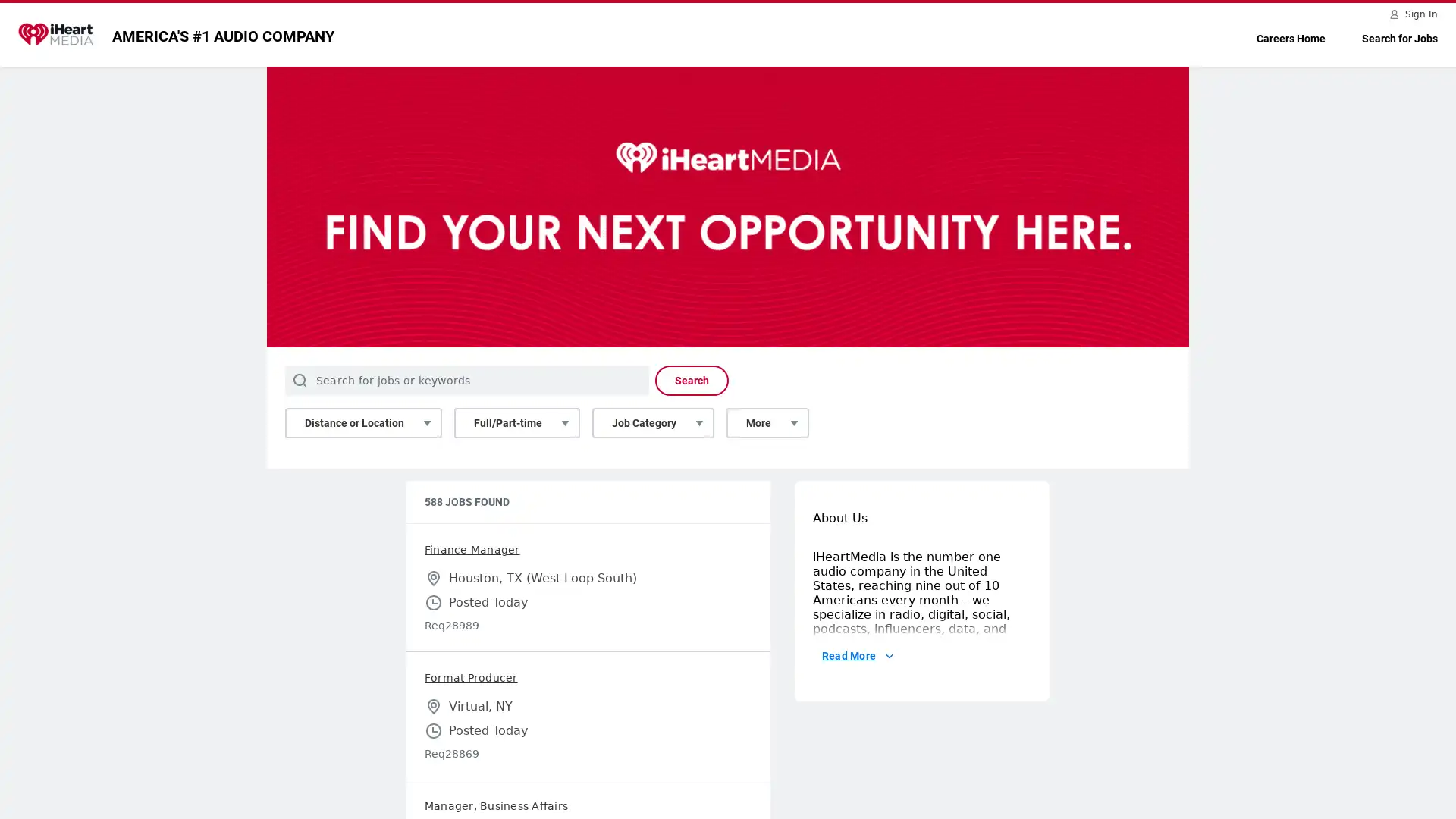 This screenshot has width=1456, height=819. I want to click on Search, so click(691, 379).